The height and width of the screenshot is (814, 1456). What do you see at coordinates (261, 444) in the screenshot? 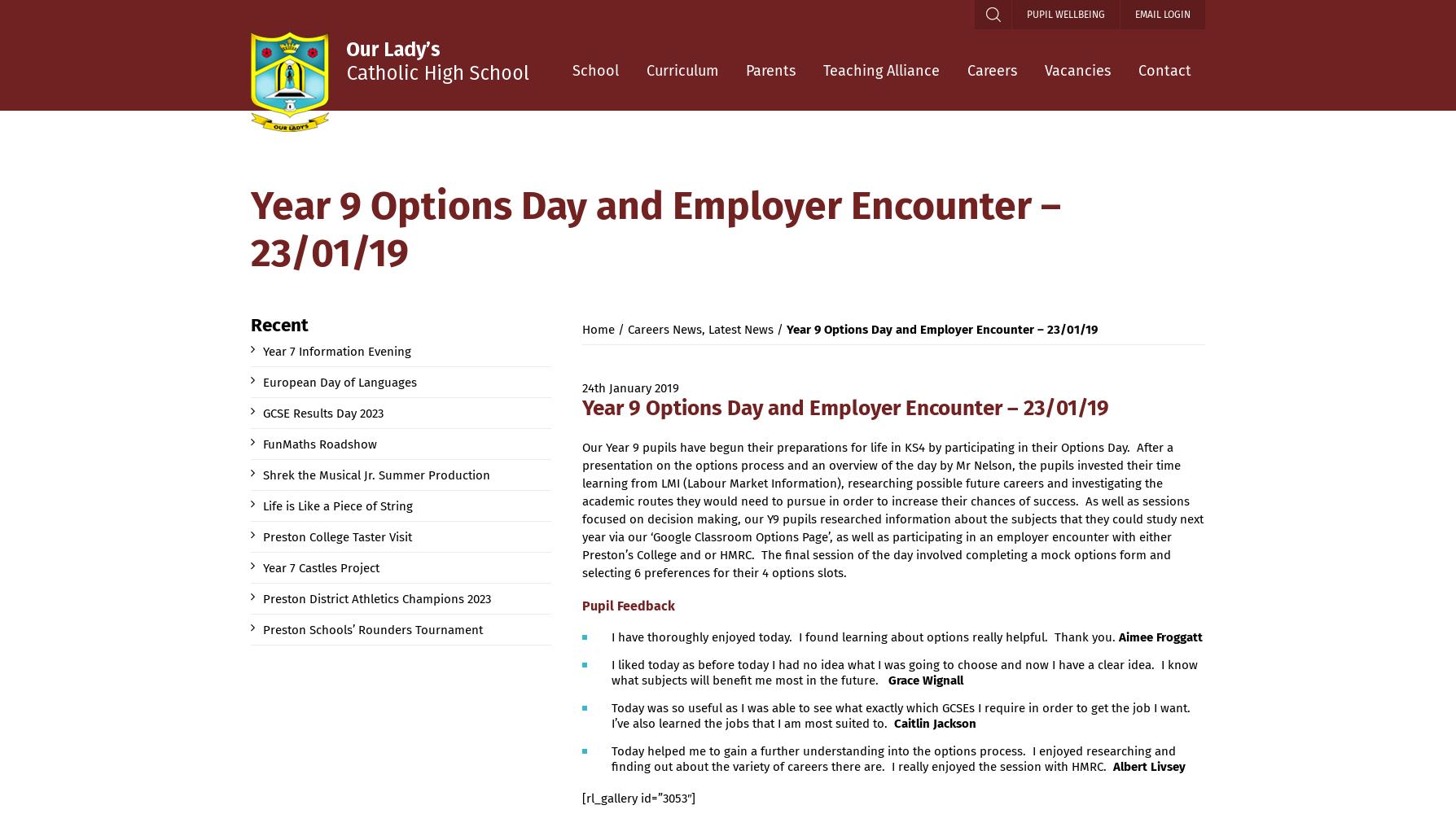
I see `'FunMaths Roadshow'` at bounding box center [261, 444].